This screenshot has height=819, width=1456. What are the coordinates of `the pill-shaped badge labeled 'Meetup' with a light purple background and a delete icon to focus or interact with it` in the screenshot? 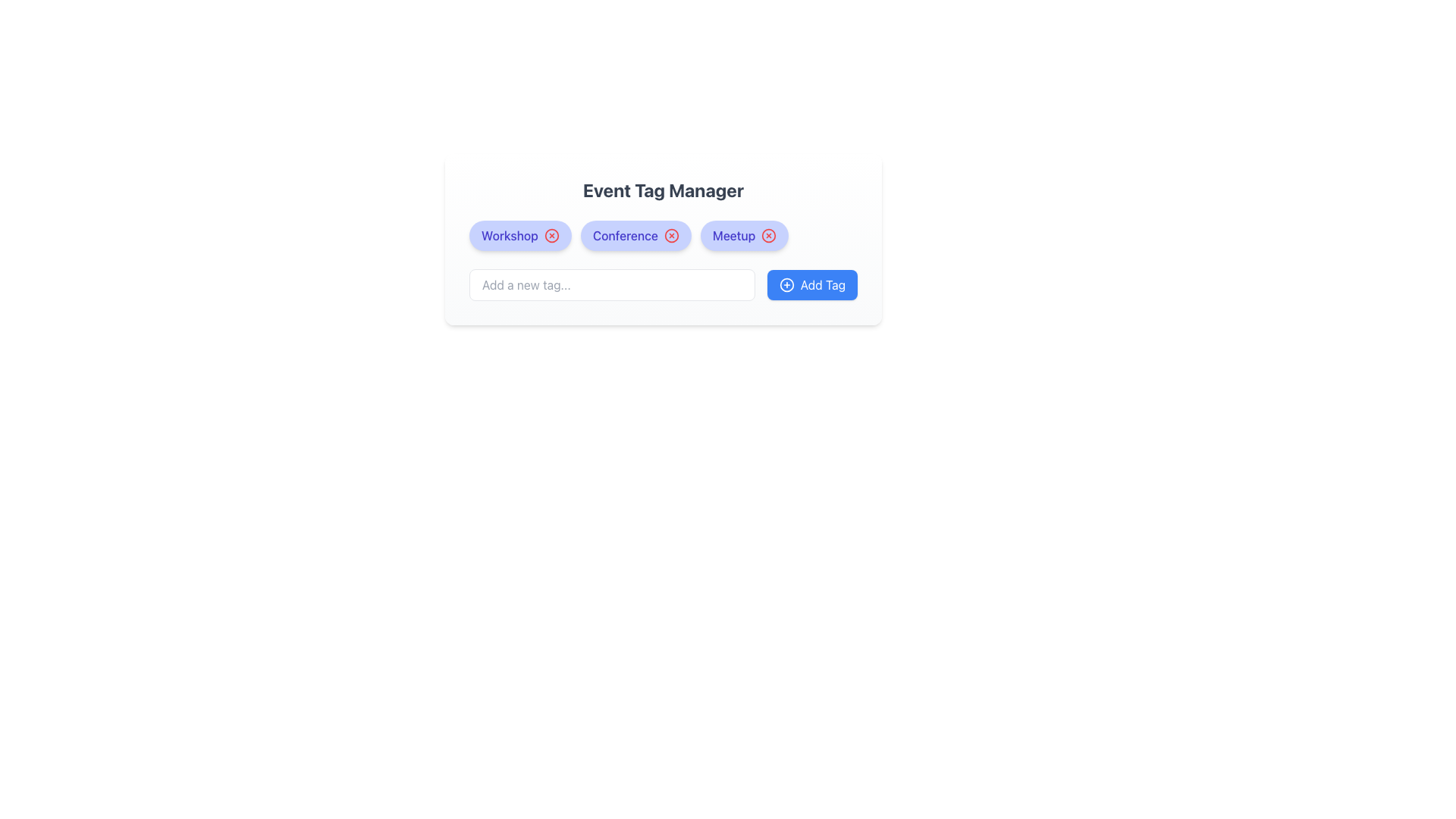 It's located at (745, 236).